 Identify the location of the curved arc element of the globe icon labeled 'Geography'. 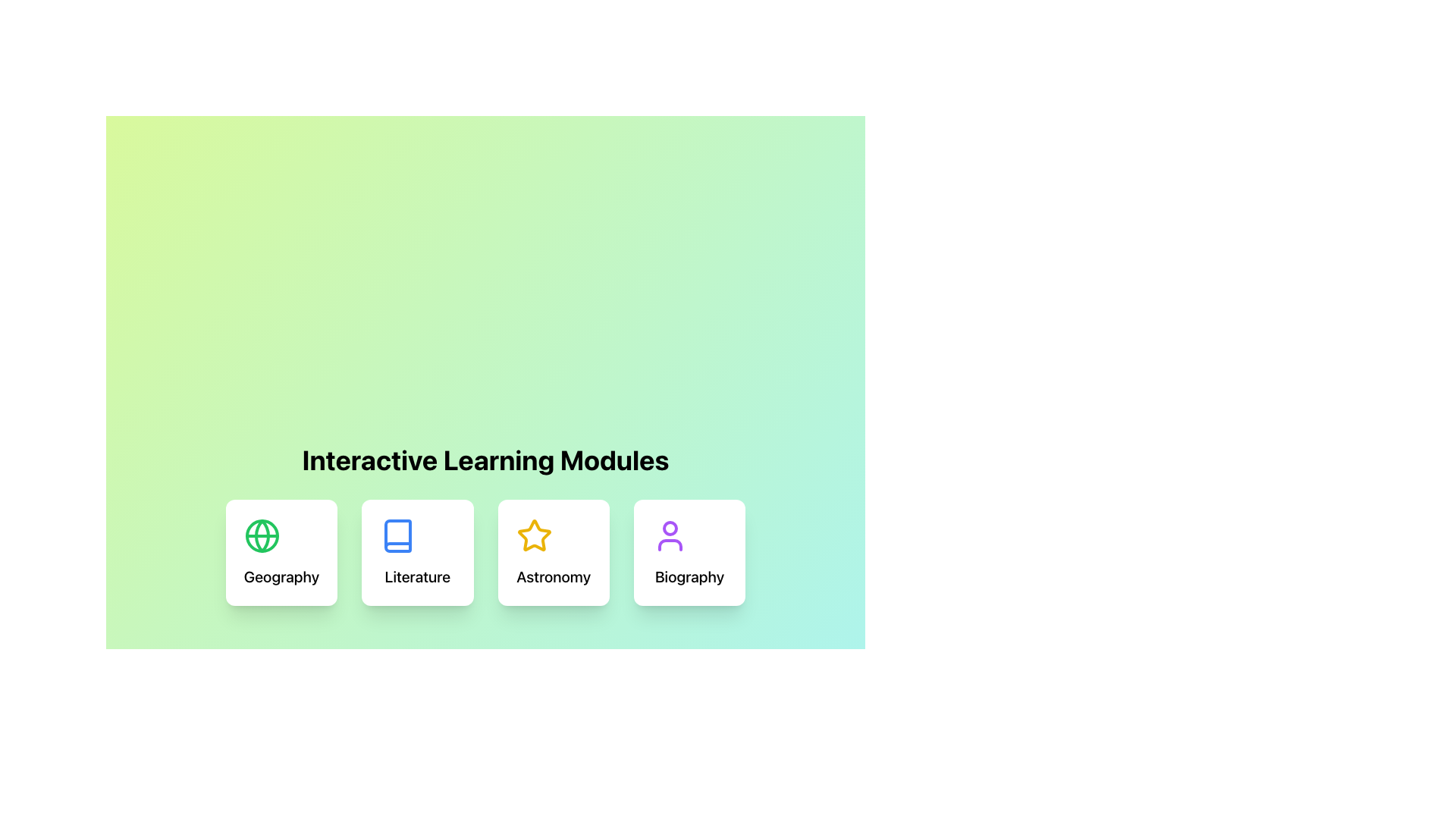
(262, 535).